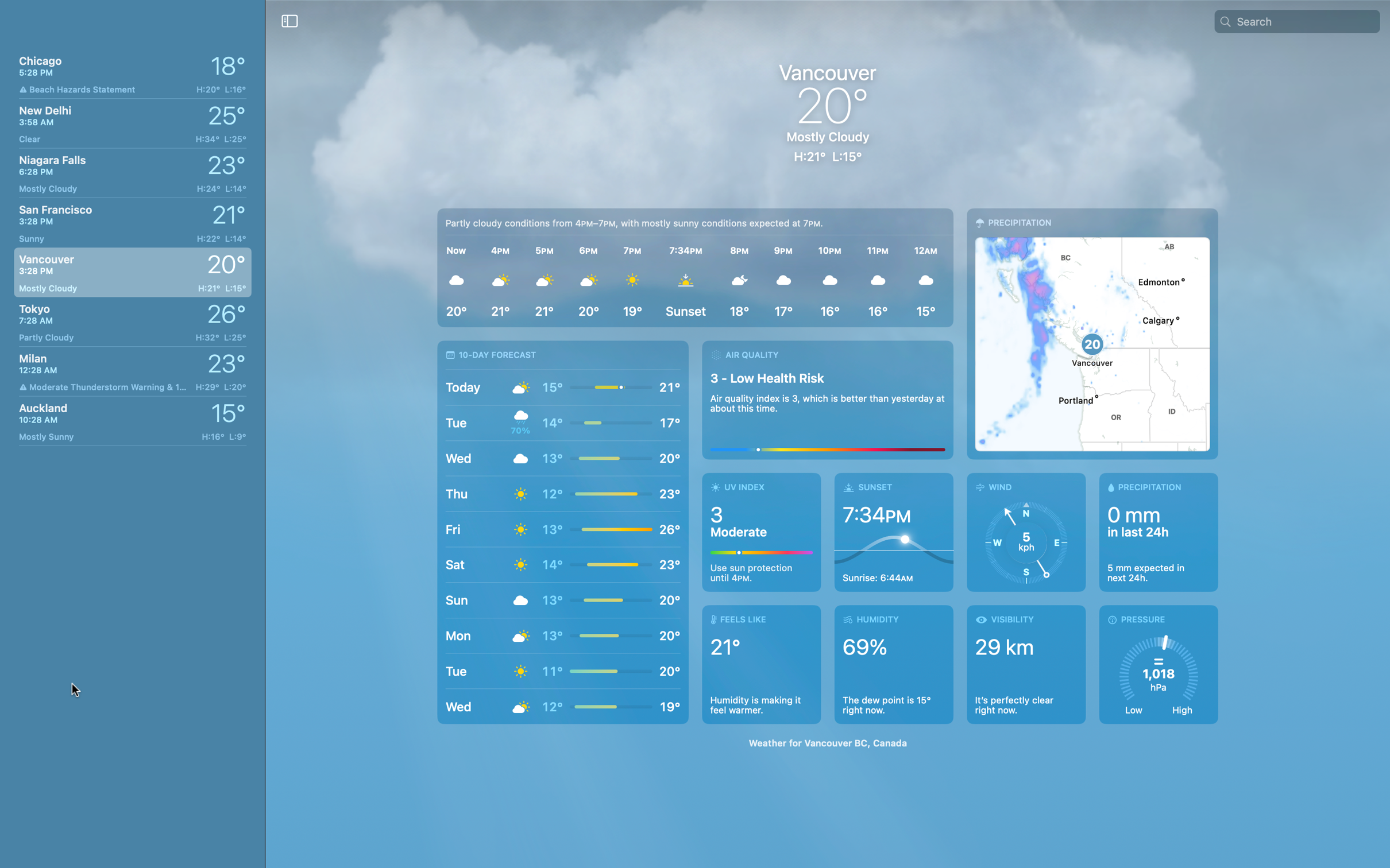  What do you see at coordinates (1305, 20) in the screenshot?
I see `the city to London using the search function` at bounding box center [1305, 20].